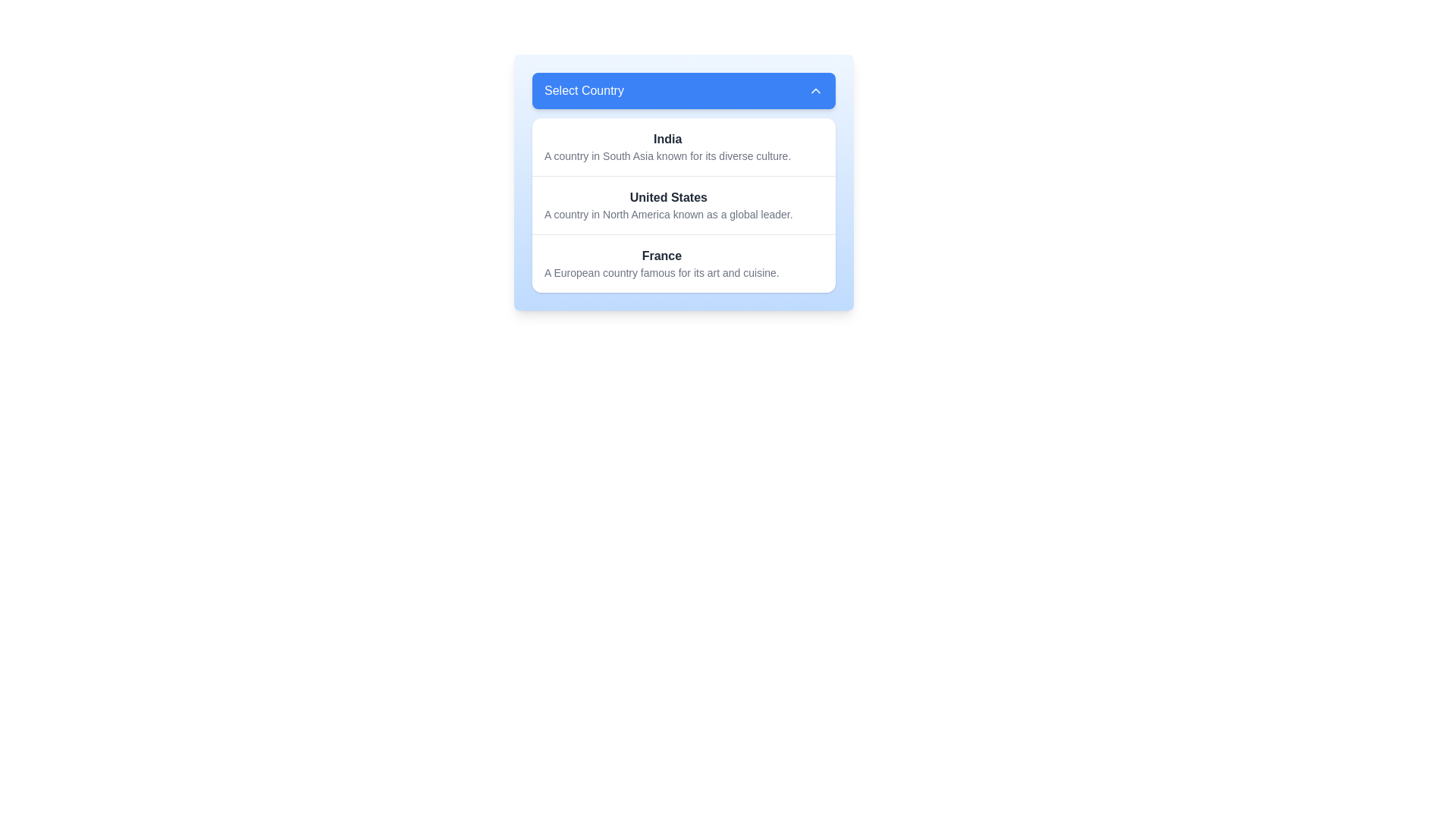  What do you see at coordinates (683, 146) in the screenshot?
I see `the selectable country list item named 'India'` at bounding box center [683, 146].